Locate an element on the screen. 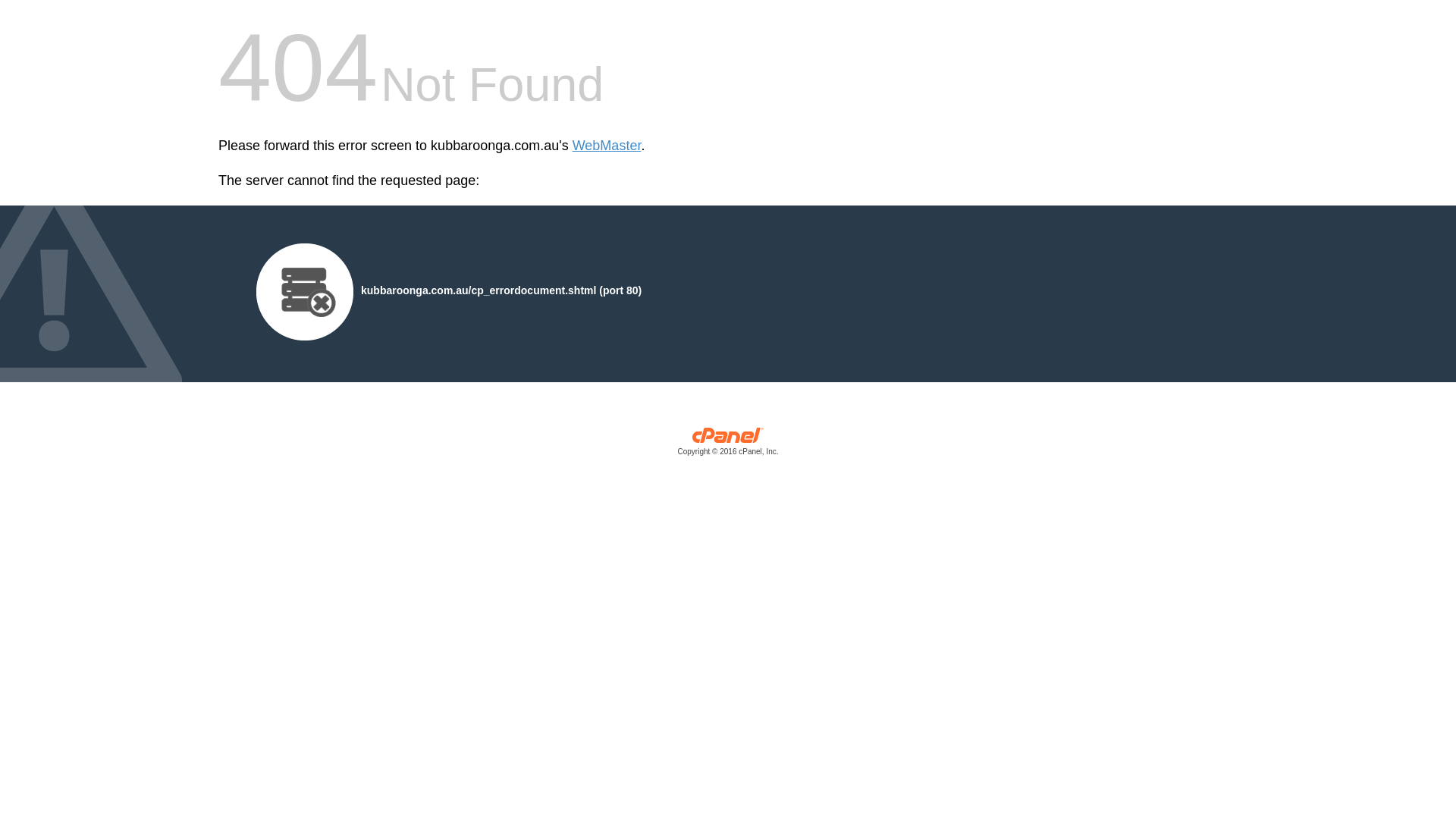  'WebMaster' is located at coordinates (607, 146).